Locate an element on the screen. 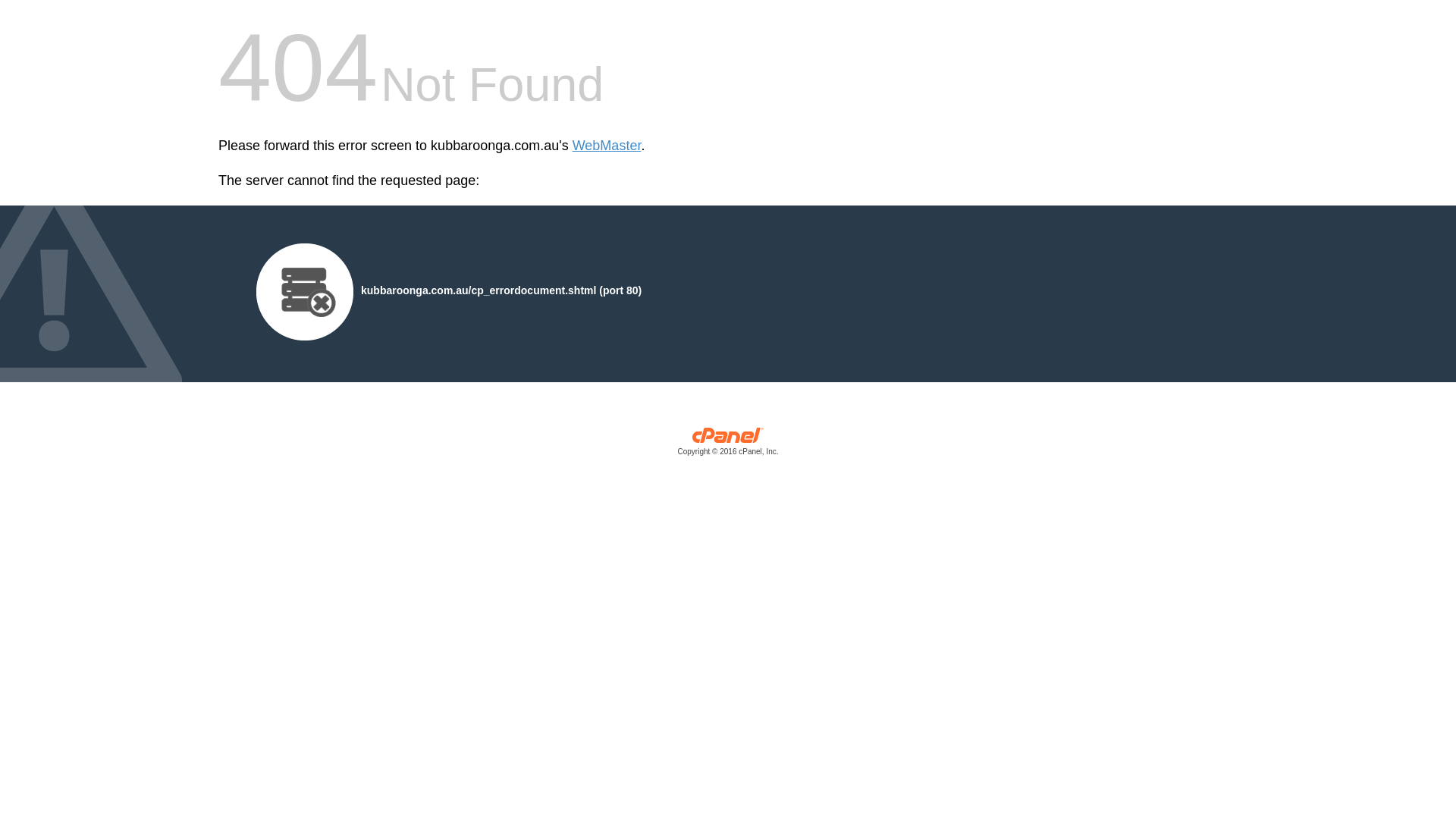  'WebMaster' is located at coordinates (607, 146).